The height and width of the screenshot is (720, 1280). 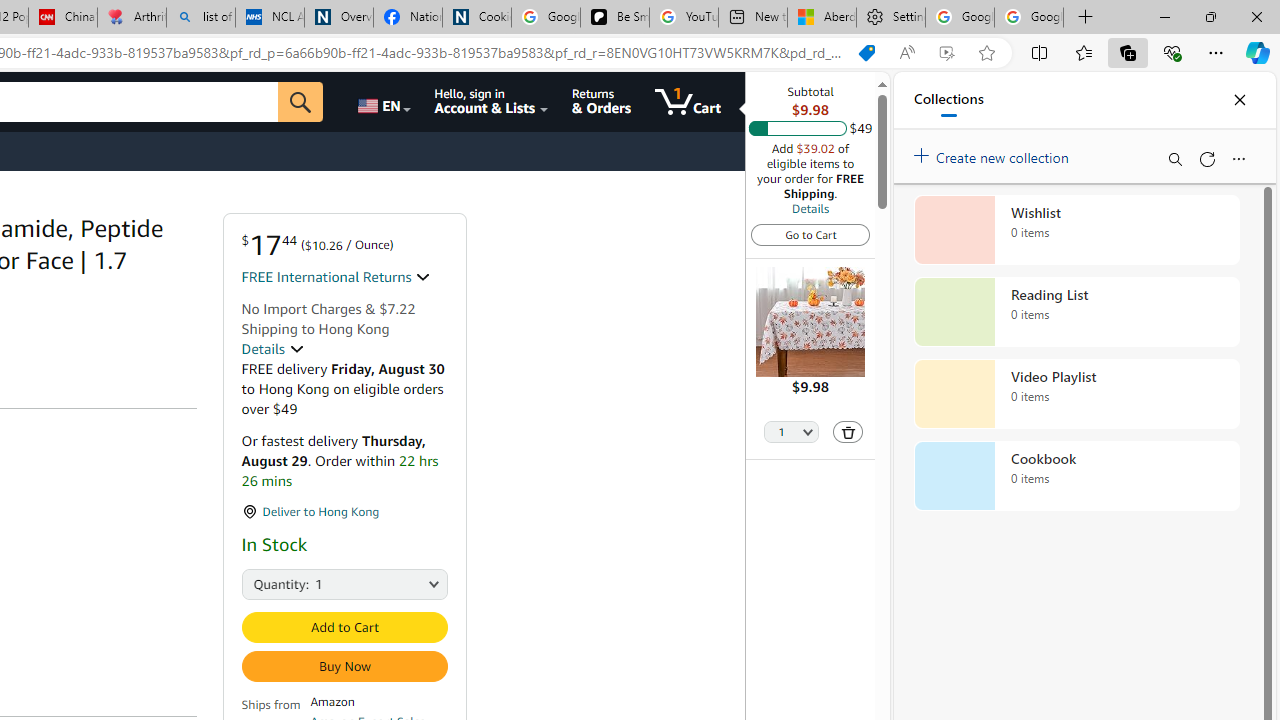 I want to click on 'Close', so click(x=1238, y=100).